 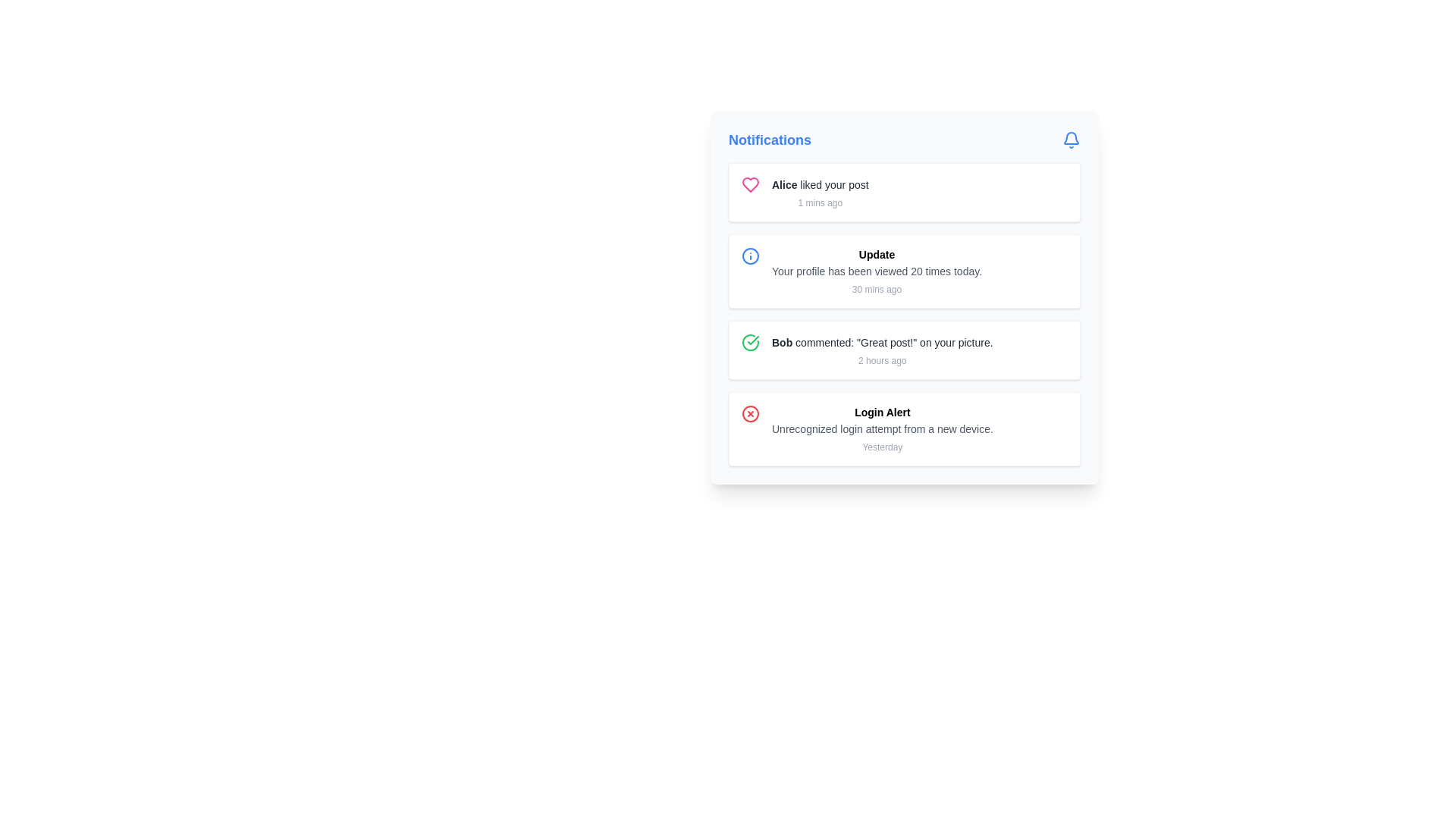 I want to click on the 'Login Alert' icon/image located in the top-left corner of the notification card, which is visually distinct by its color and shape, so click(x=750, y=414).